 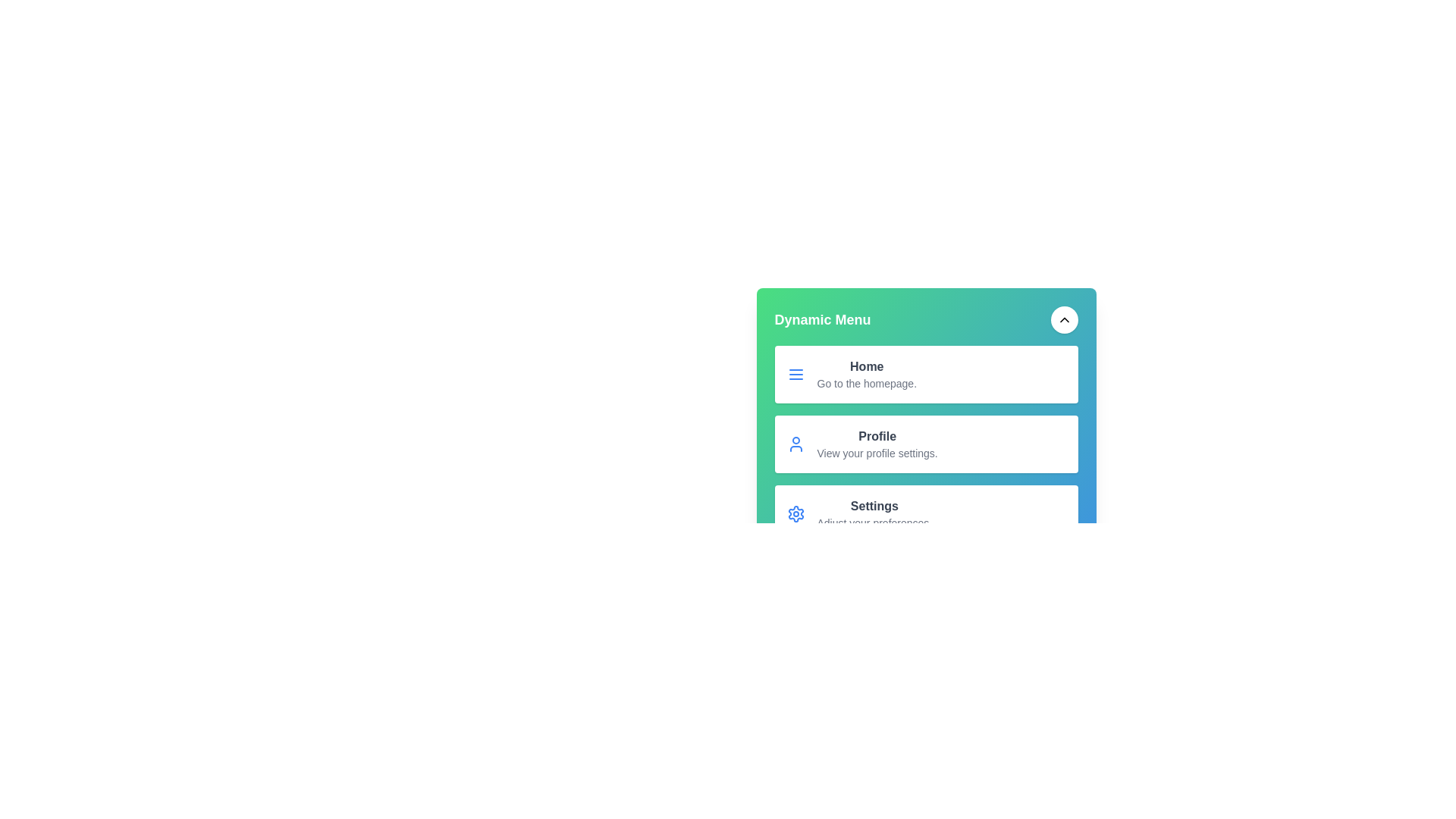 I want to click on the descriptive text element labeled 'Adjust your preferences.' which is styled in a small light grey font and positioned below the 'Settings' label in the 'Settings' section, so click(x=874, y=522).